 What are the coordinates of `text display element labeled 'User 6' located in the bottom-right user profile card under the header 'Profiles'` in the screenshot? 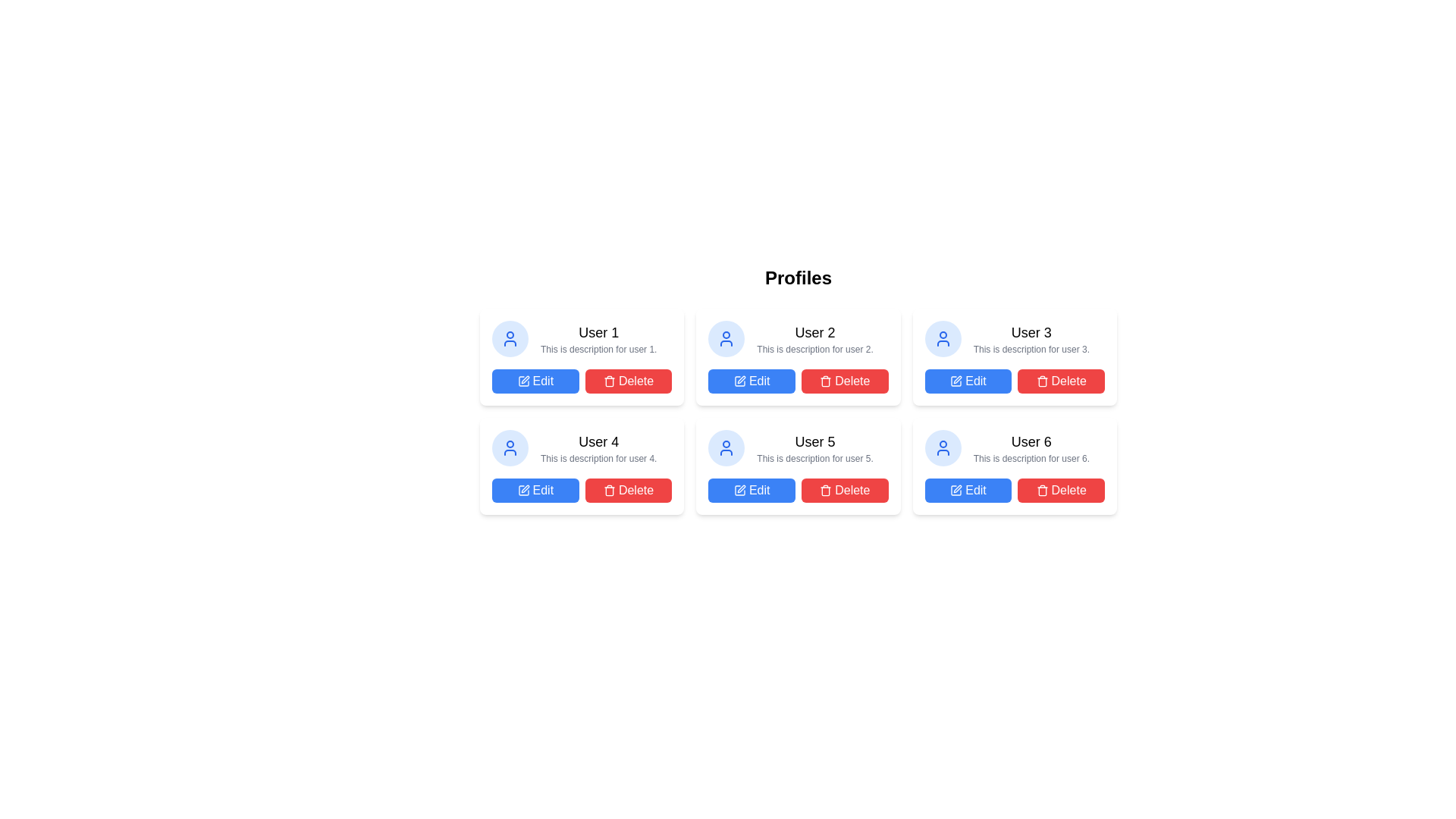 It's located at (1031, 441).